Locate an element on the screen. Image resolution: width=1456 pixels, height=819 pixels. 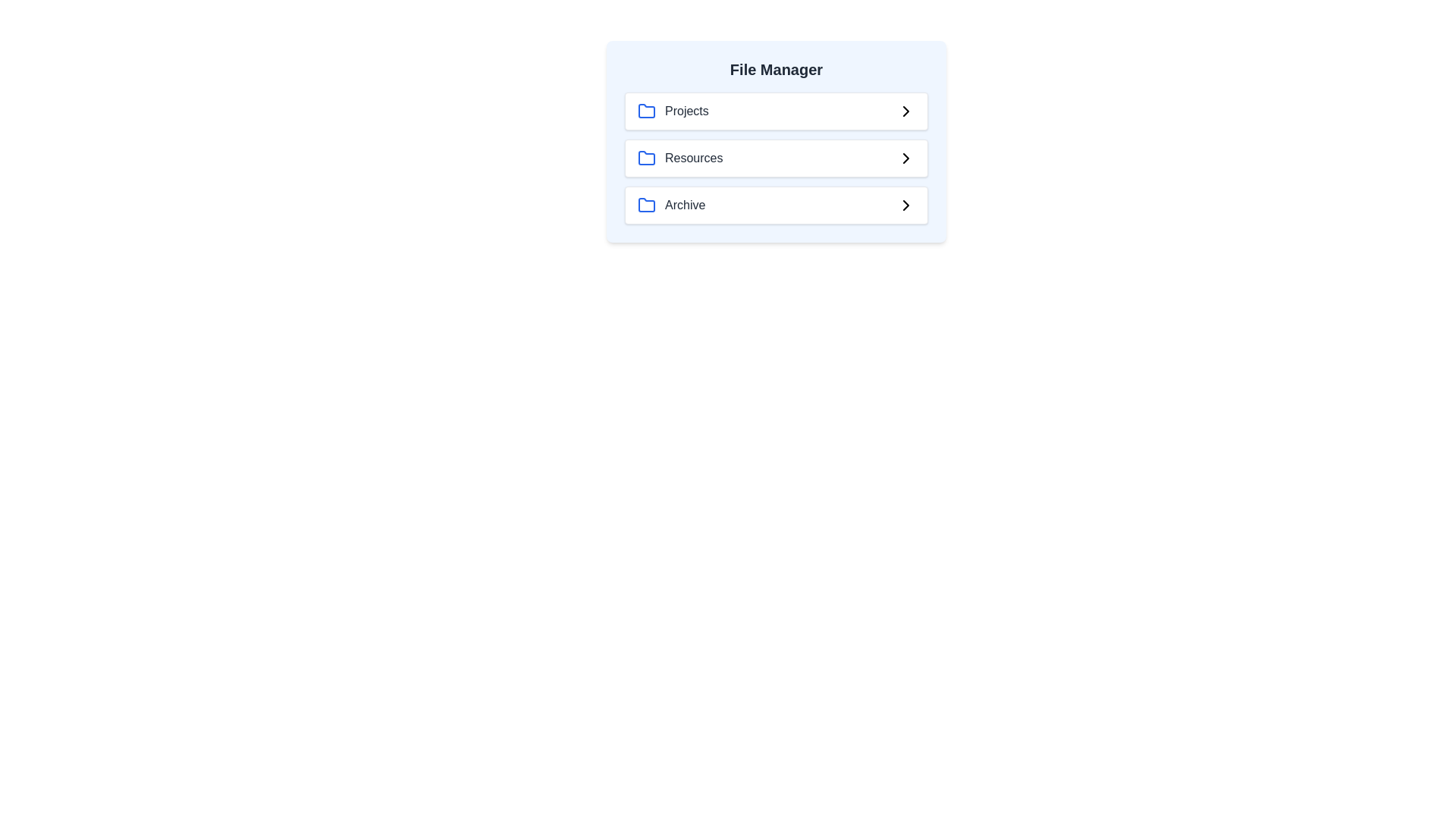
the right-pointing chevron arrow icon located on the far-right side of the 'Archive' row in the 'File Manager' section is located at coordinates (906, 205).